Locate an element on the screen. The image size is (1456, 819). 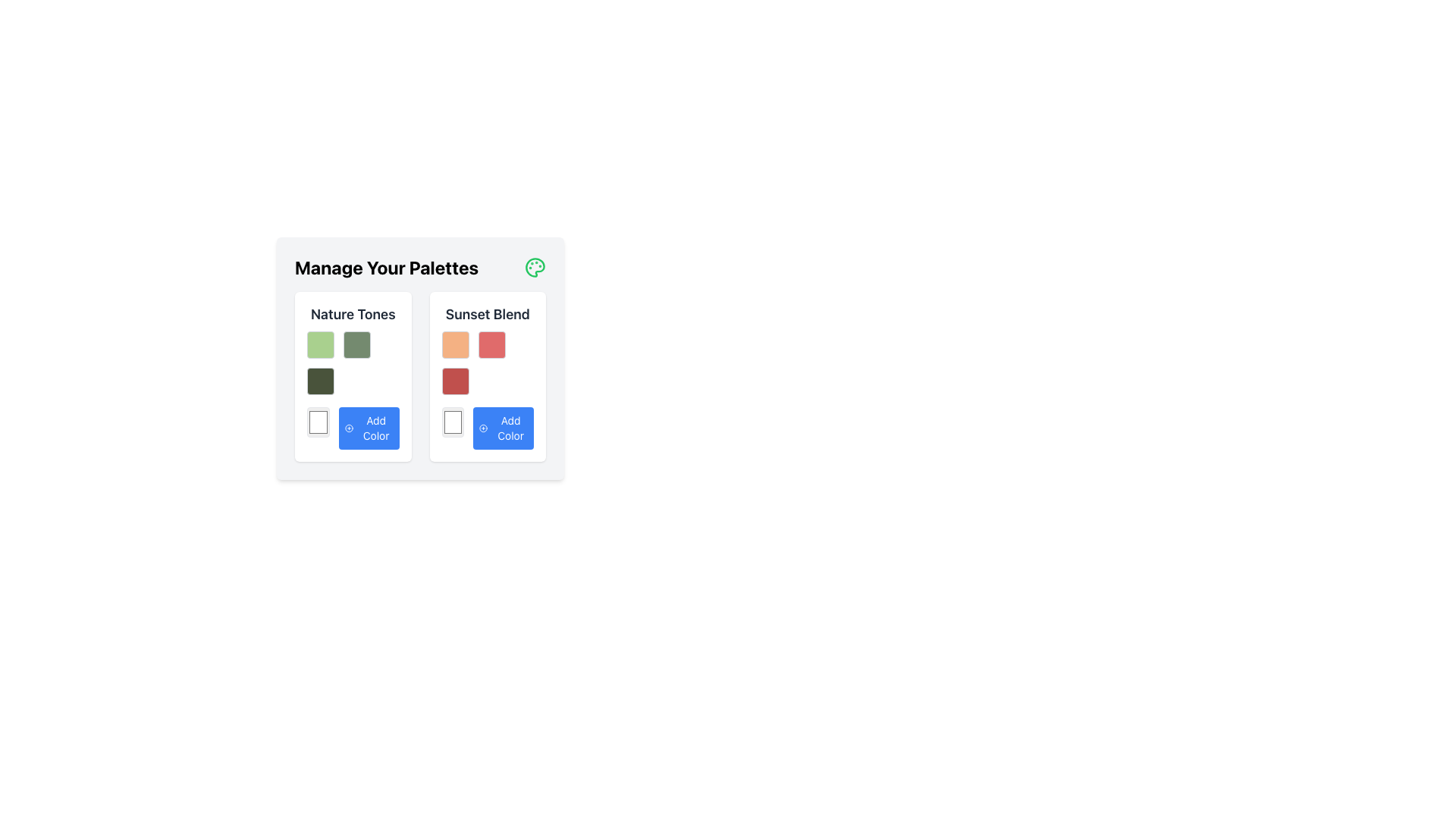
the title text indicating the palette management interface is located at coordinates (387, 267).